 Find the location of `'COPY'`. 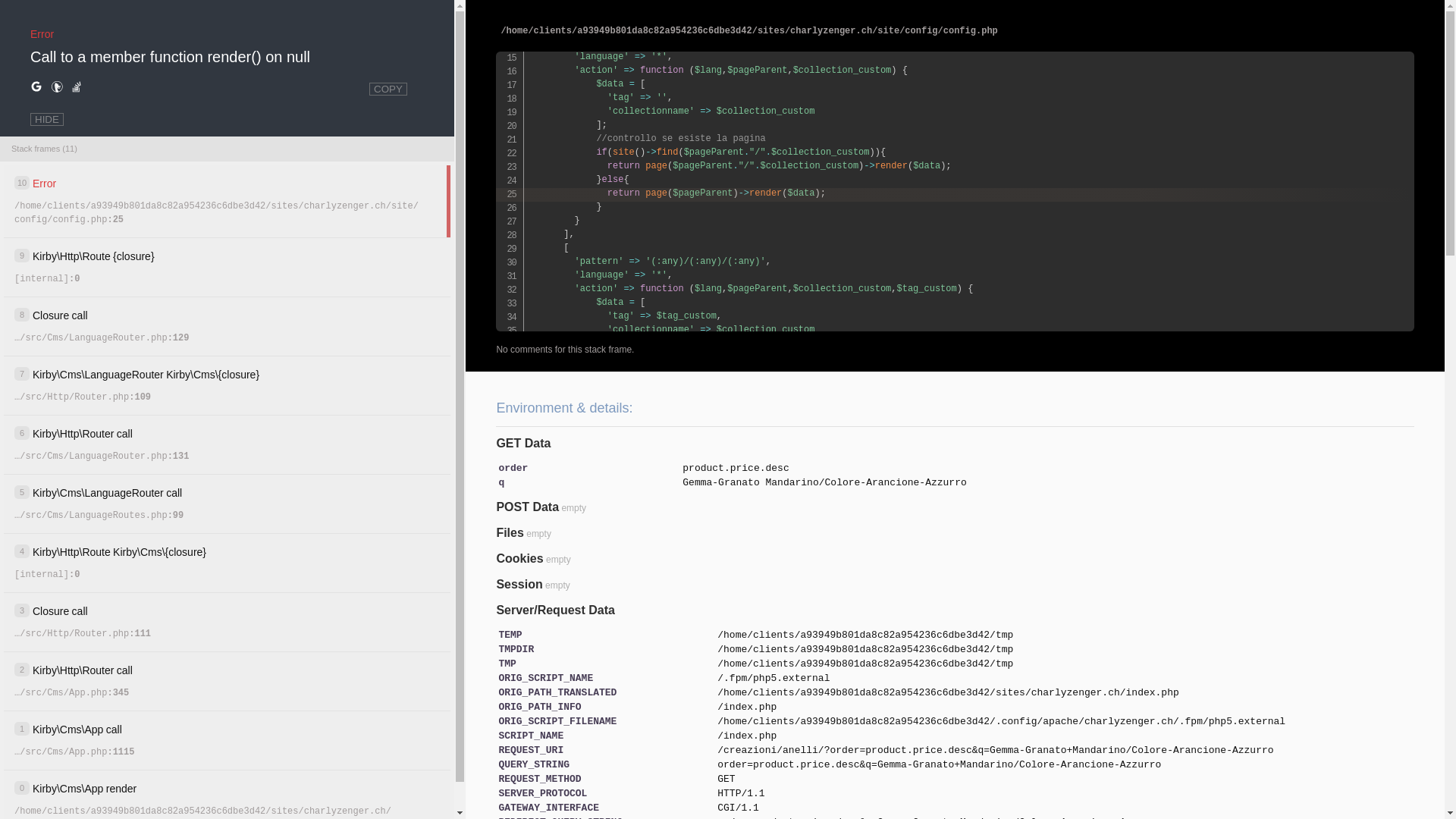

'COPY' is located at coordinates (388, 89).